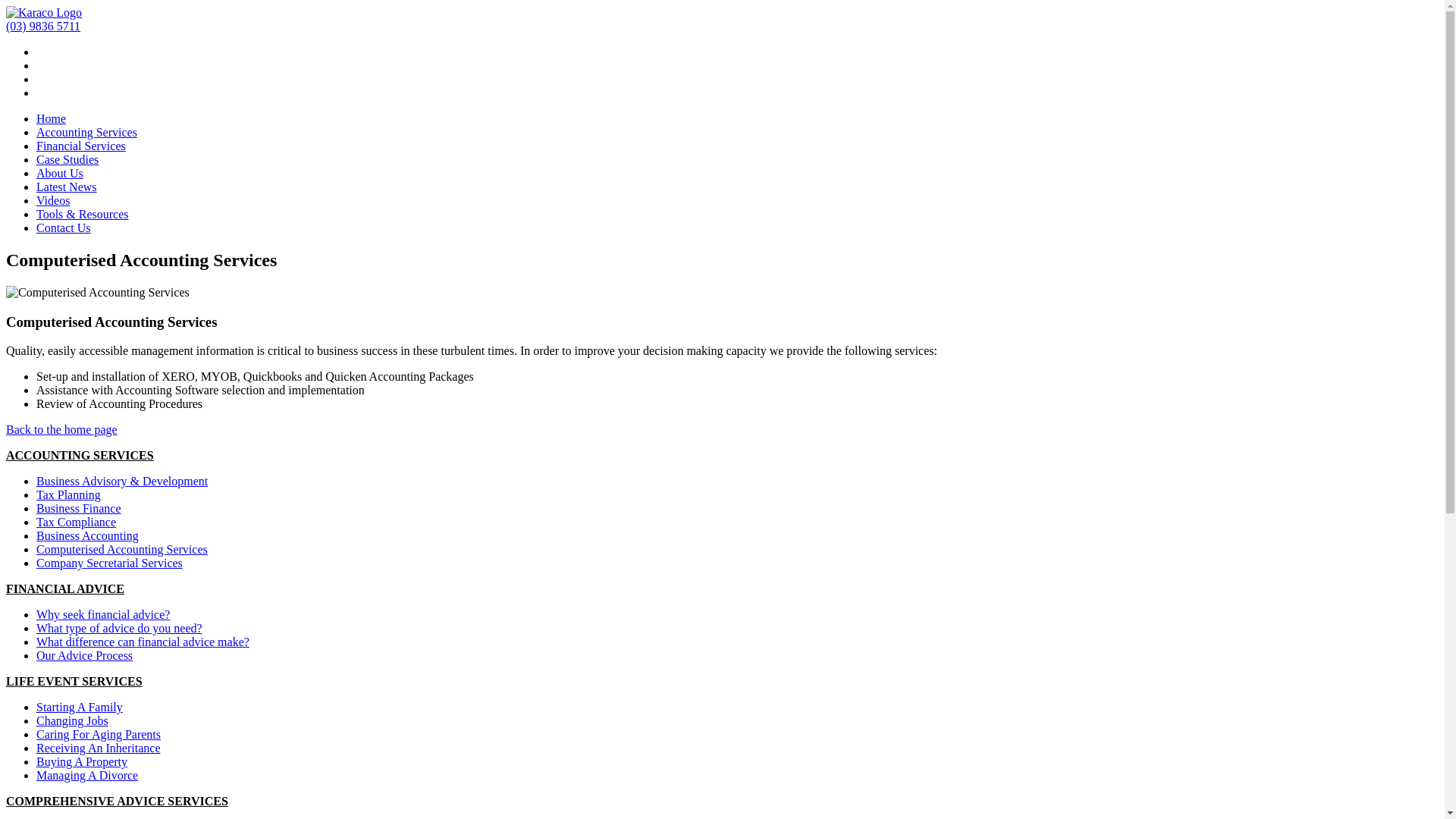 Image resolution: width=1456 pixels, height=819 pixels. Describe the element at coordinates (108, 563) in the screenshot. I see `'Company Secretarial Services'` at that location.